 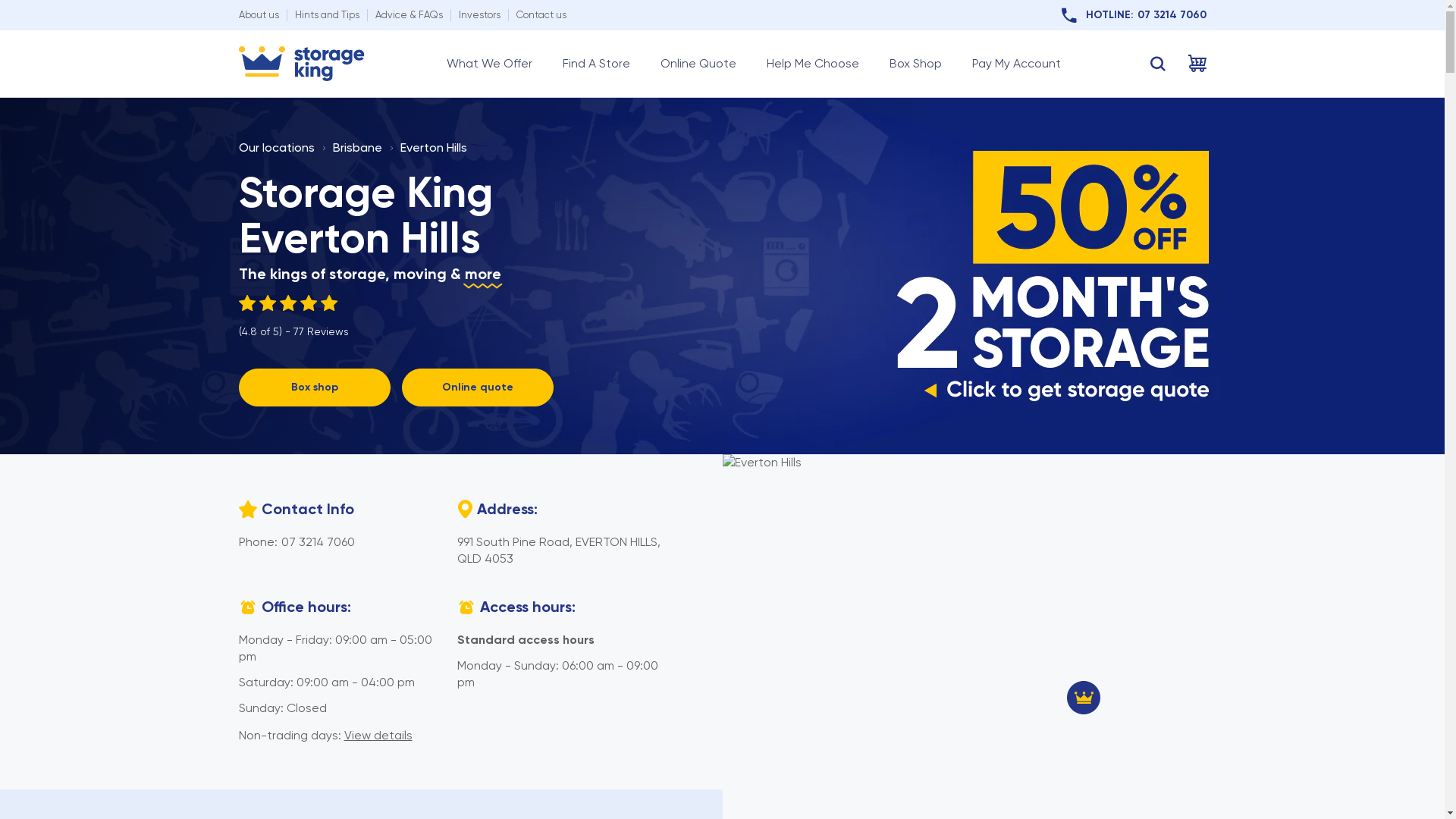 I want to click on 'HOTLINE:, so click(x=1134, y=14).